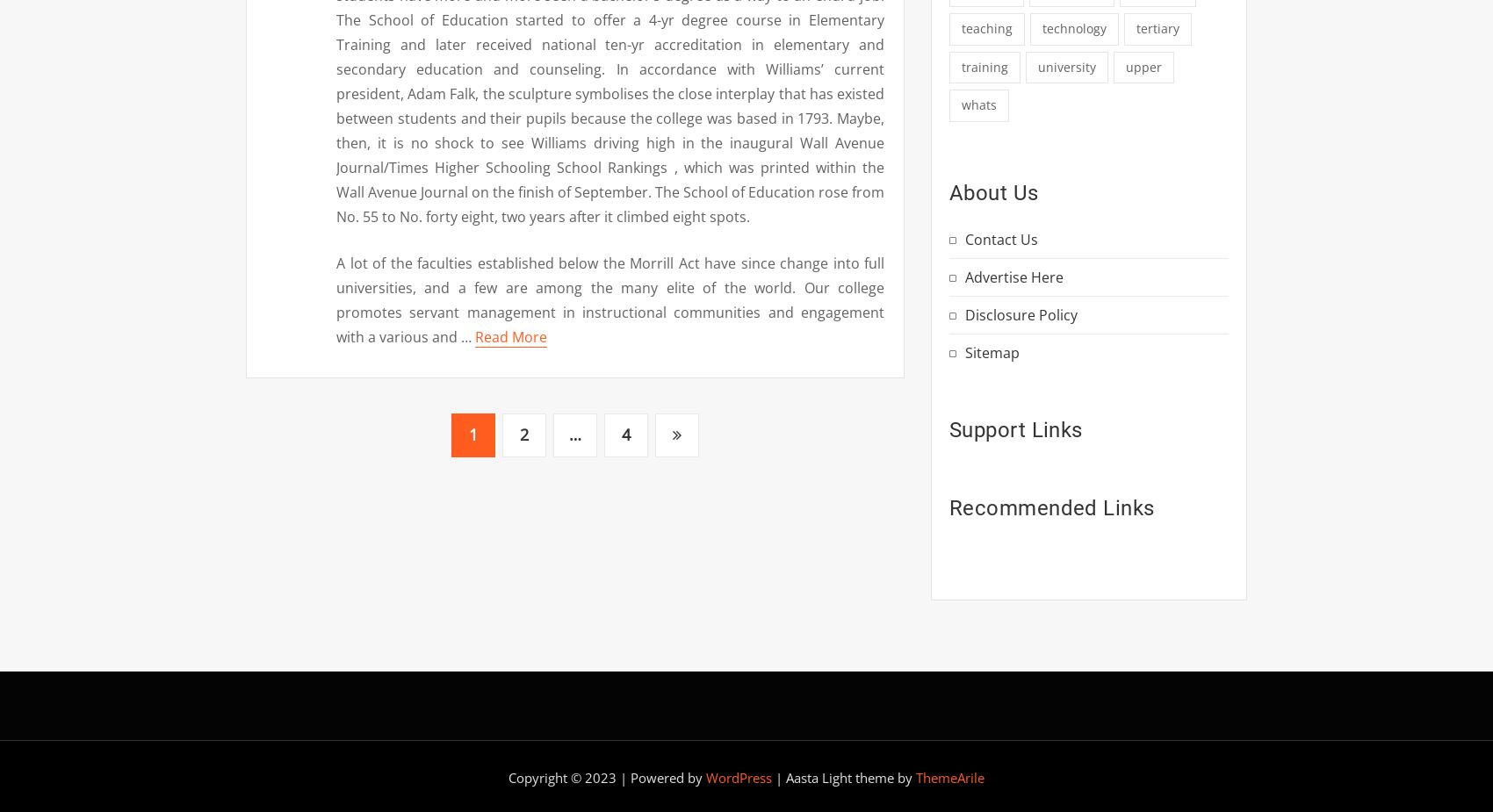 The height and width of the screenshot is (812, 1493). What do you see at coordinates (1073, 27) in the screenshot?
I see `'technology'` at bounding box center [1073, 27].